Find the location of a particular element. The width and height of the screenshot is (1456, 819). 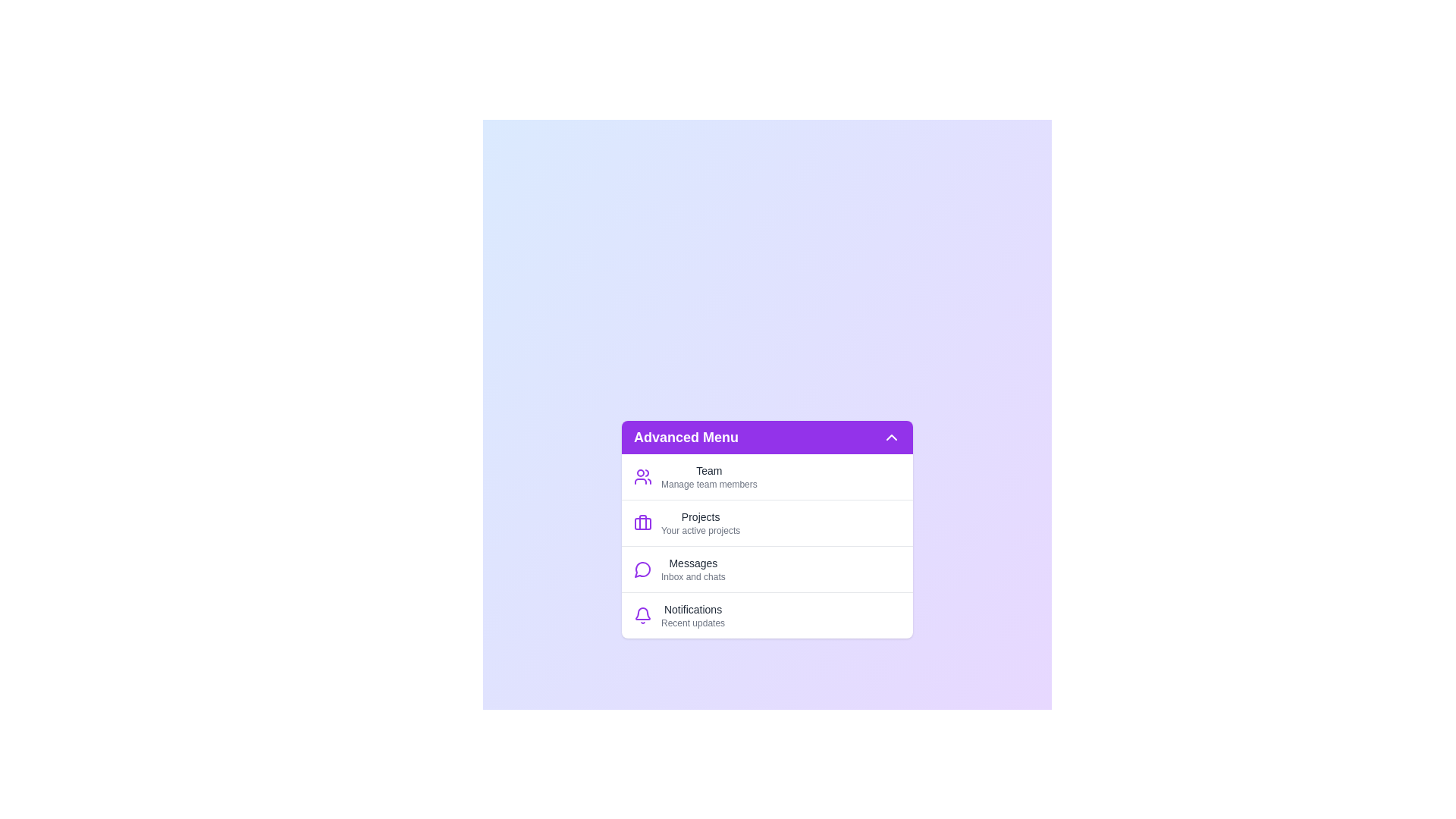

the text of a menu item identified by its label Projects is located at coordinates (700, 522).